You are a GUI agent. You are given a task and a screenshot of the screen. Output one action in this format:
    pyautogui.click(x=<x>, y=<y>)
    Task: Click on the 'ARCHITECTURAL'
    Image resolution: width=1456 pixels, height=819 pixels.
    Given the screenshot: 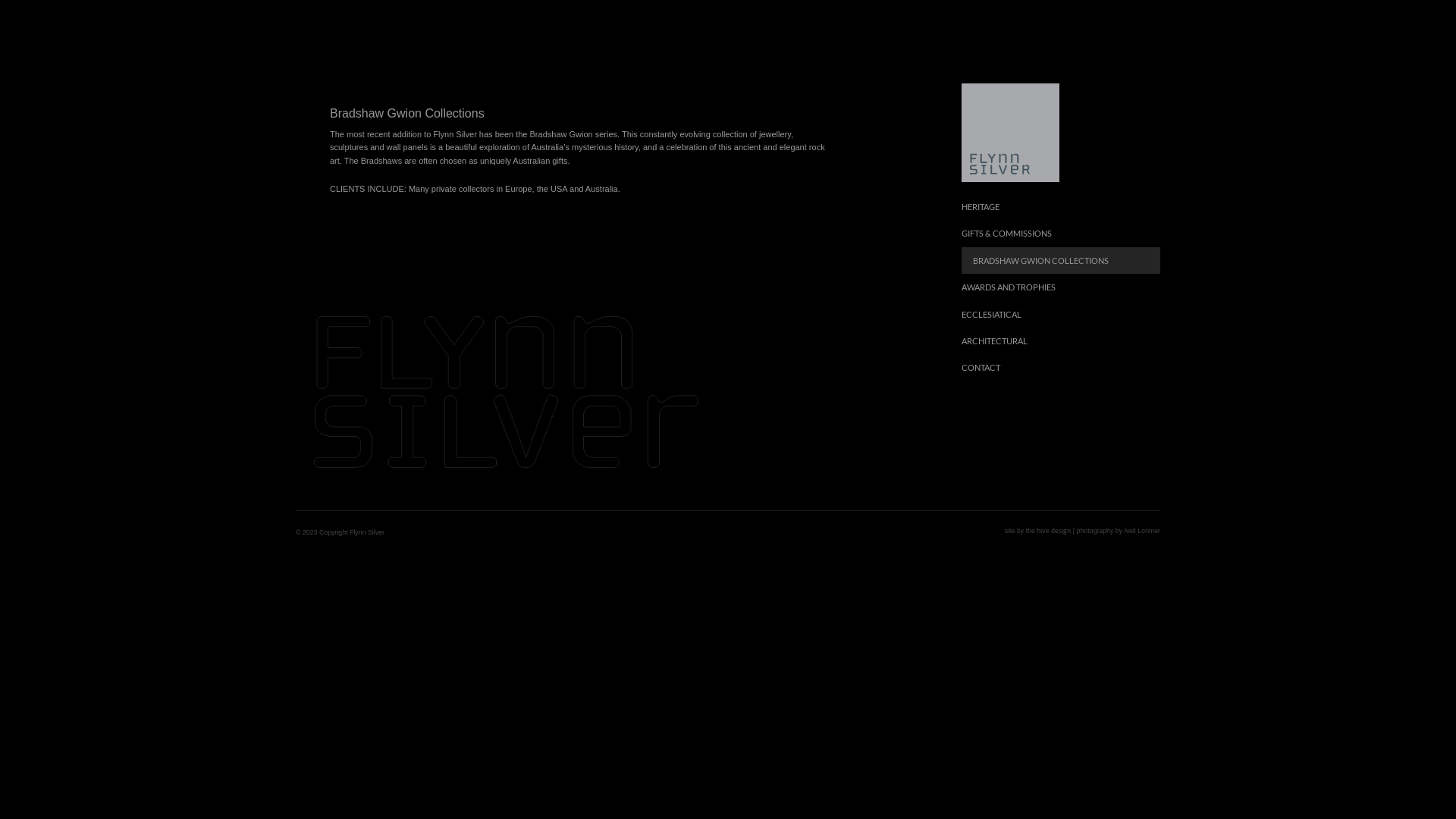 What is the action you would take?
    pyautogui.click(x=1060, y=340)
    